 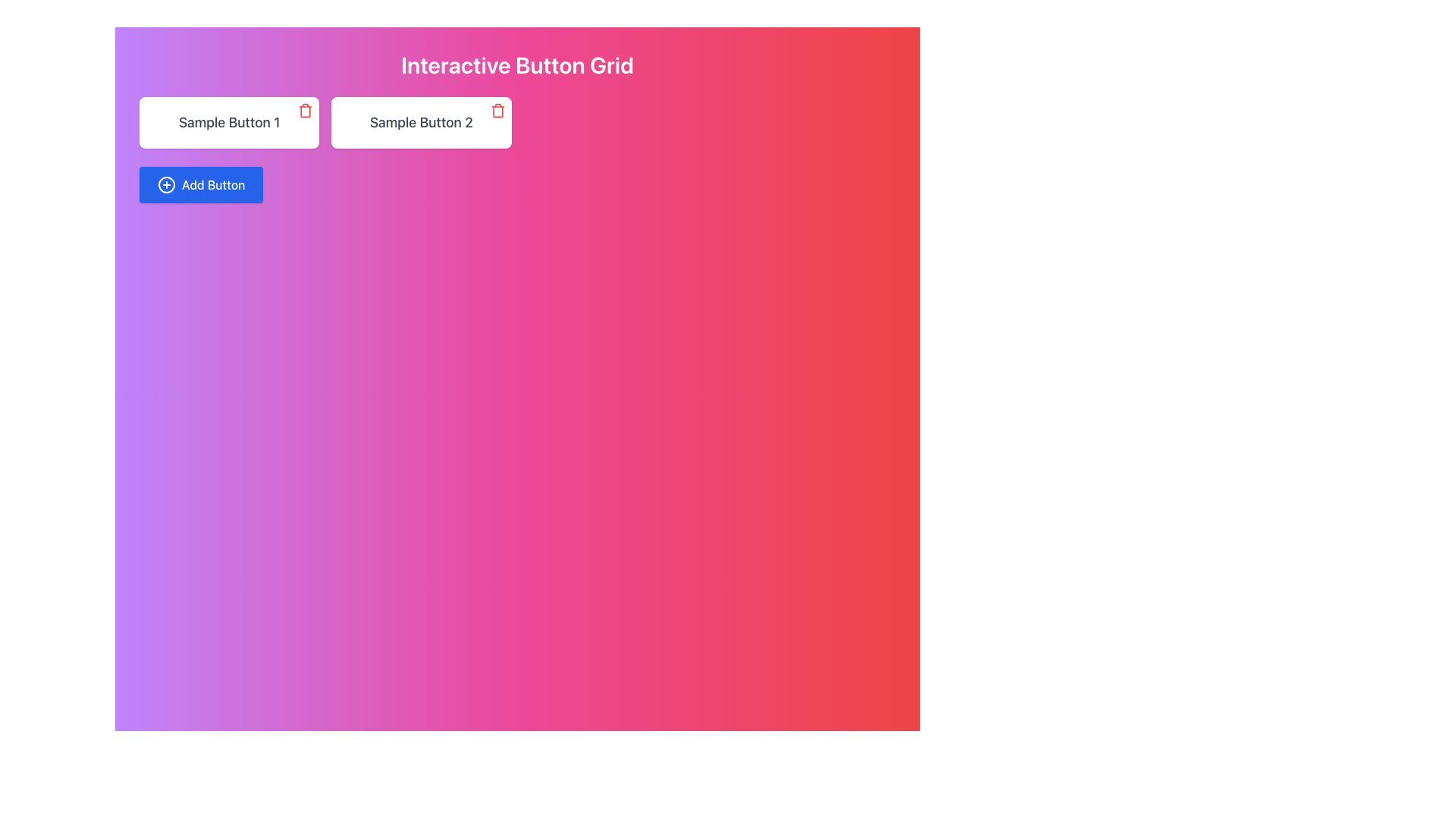 What do you see at coordinates (167, 184) in the screenshot?
I see `the color and description of the circular plus sign icon located within the 'Add Button' element in the bottom-left corner of the interface` at bounding box center [167, 184].